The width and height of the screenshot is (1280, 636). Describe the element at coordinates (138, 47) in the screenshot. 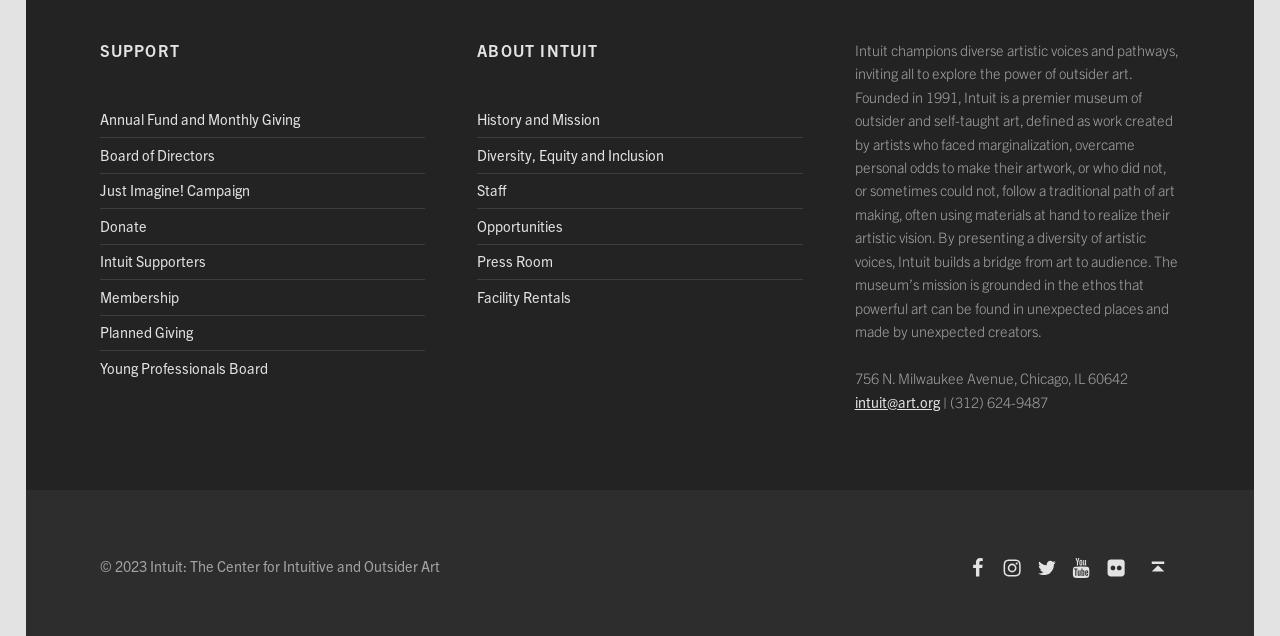

I see `'SUPPORT'` at that location.